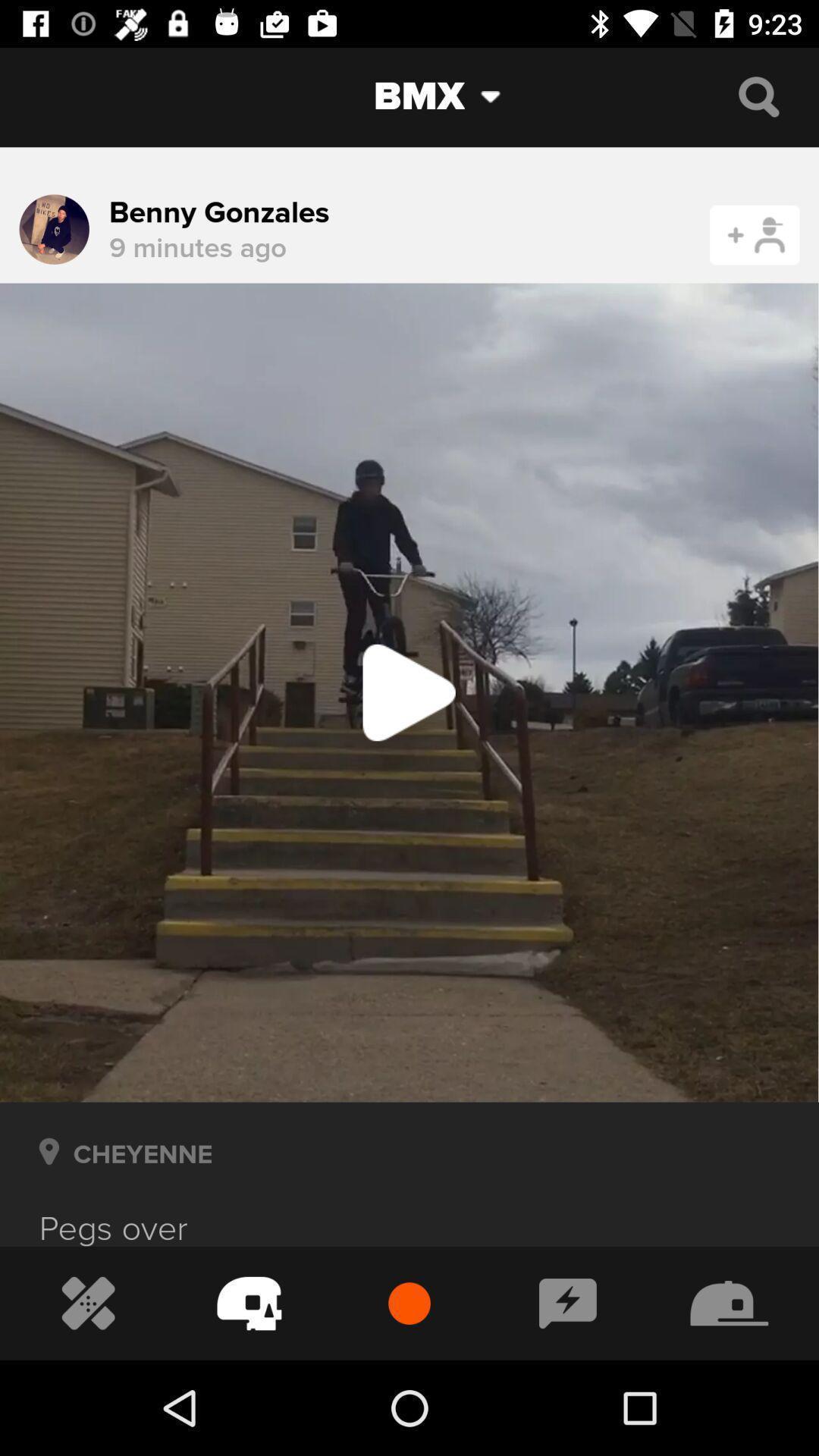 Image resolution: width=819 pixels, height=1456 pixels. What do you see at coordinates (398, 96) in the screenshot?
I see `the text bmx` at bounding box center [398, 96].